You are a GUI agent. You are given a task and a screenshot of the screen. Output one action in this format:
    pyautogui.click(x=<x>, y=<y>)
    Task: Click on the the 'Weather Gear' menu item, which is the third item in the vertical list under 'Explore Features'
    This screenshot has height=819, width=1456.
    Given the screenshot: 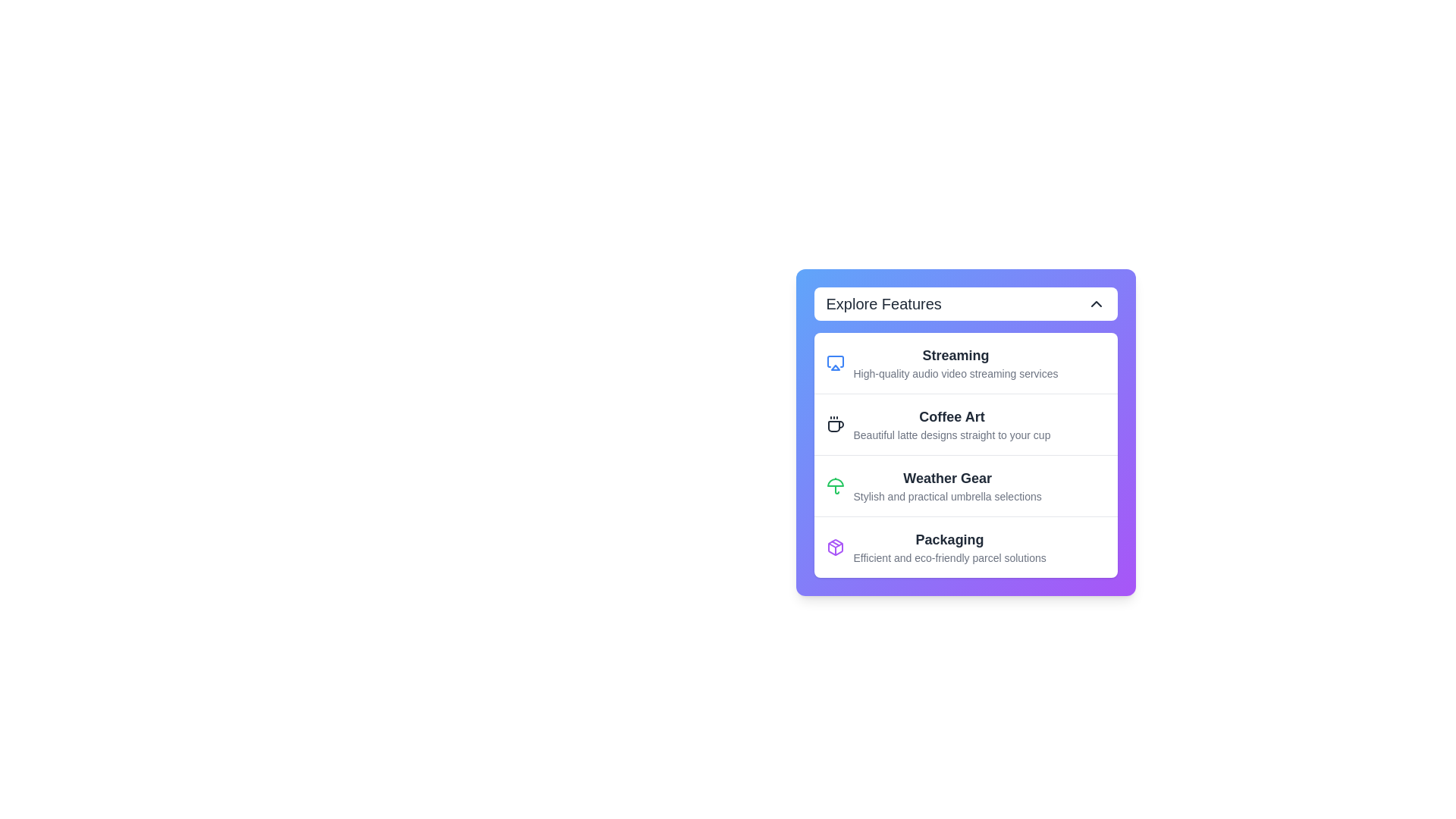 What is the action you would take?
    pyautogui.click(x=946, y=485)
    